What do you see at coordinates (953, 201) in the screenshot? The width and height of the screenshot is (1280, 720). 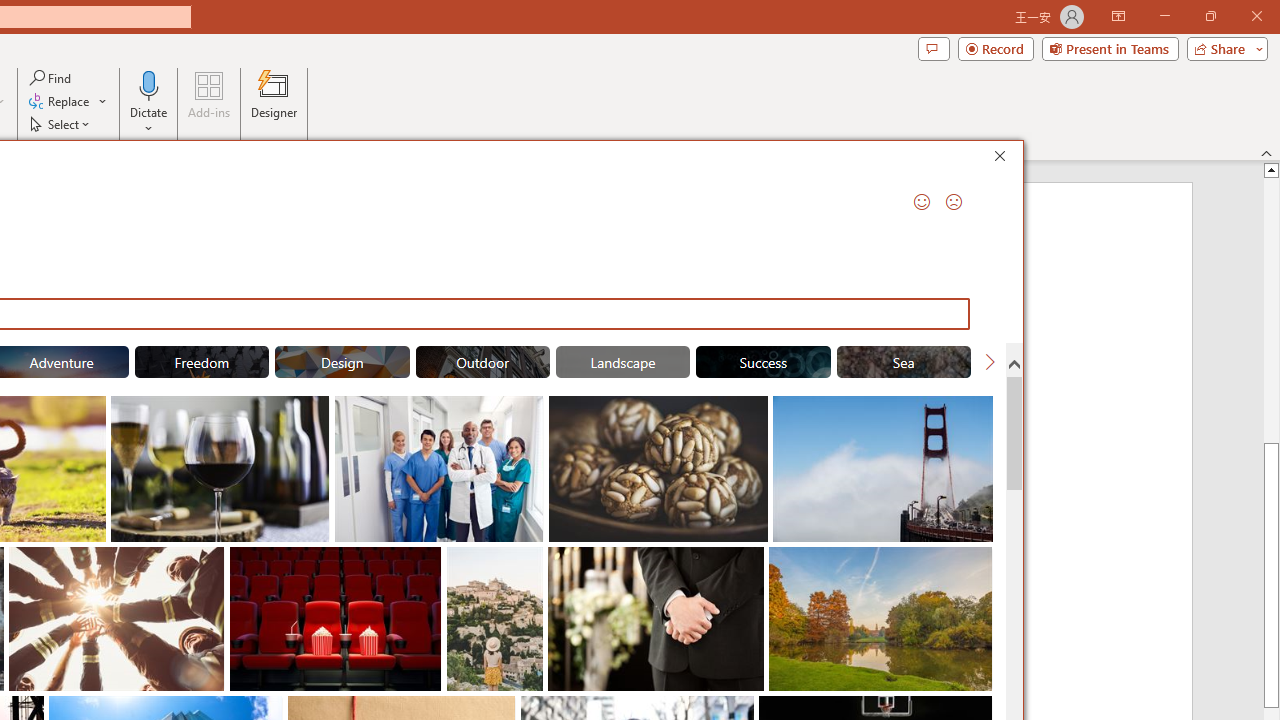 I see `'Send a Frown'` at bounding box center [953, 201].